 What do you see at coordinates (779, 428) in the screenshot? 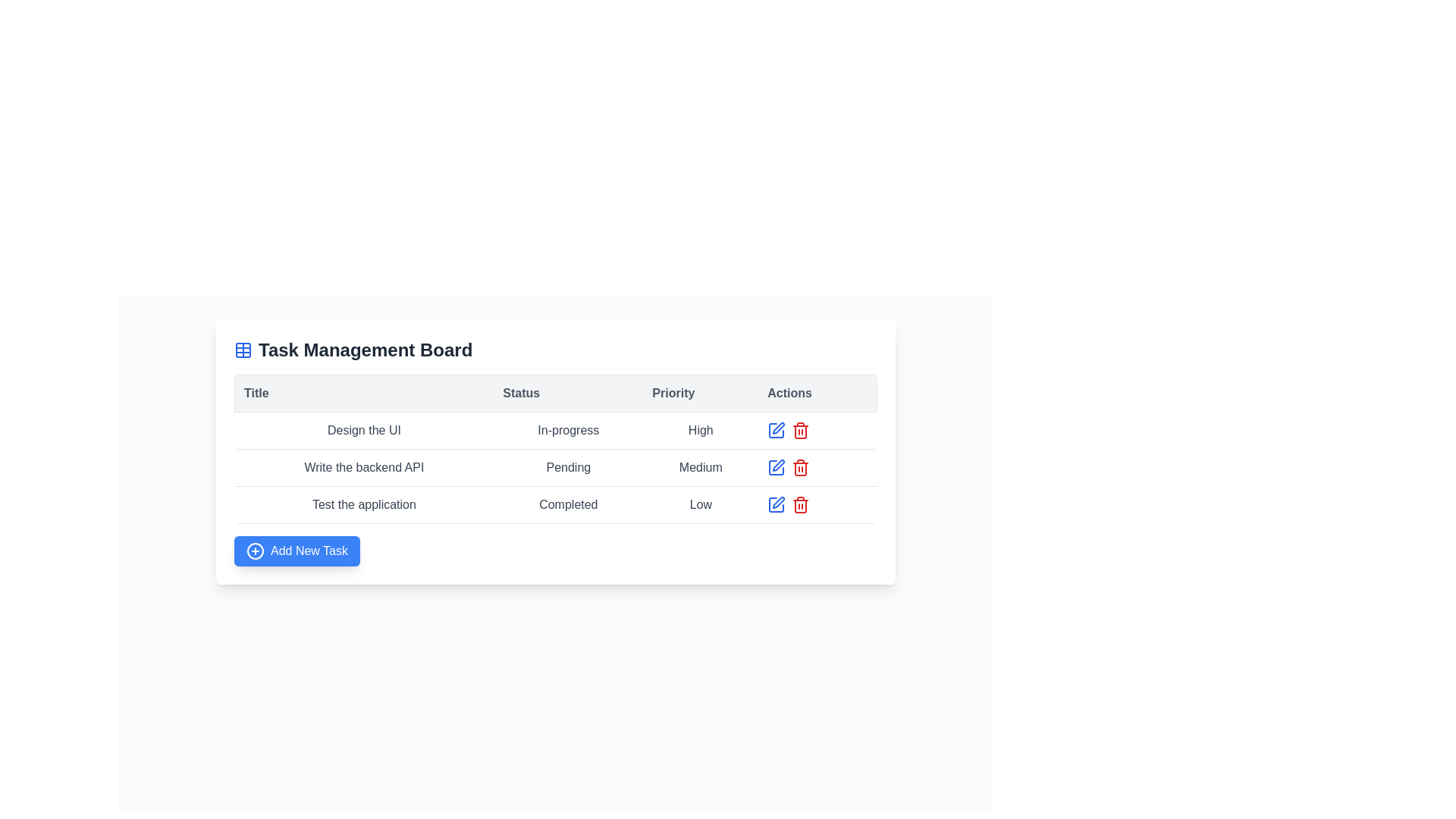
I see `the edit button located in the 'Actions' column for the task labeled 'Write the backend API'` at bounding box center [779, 428].